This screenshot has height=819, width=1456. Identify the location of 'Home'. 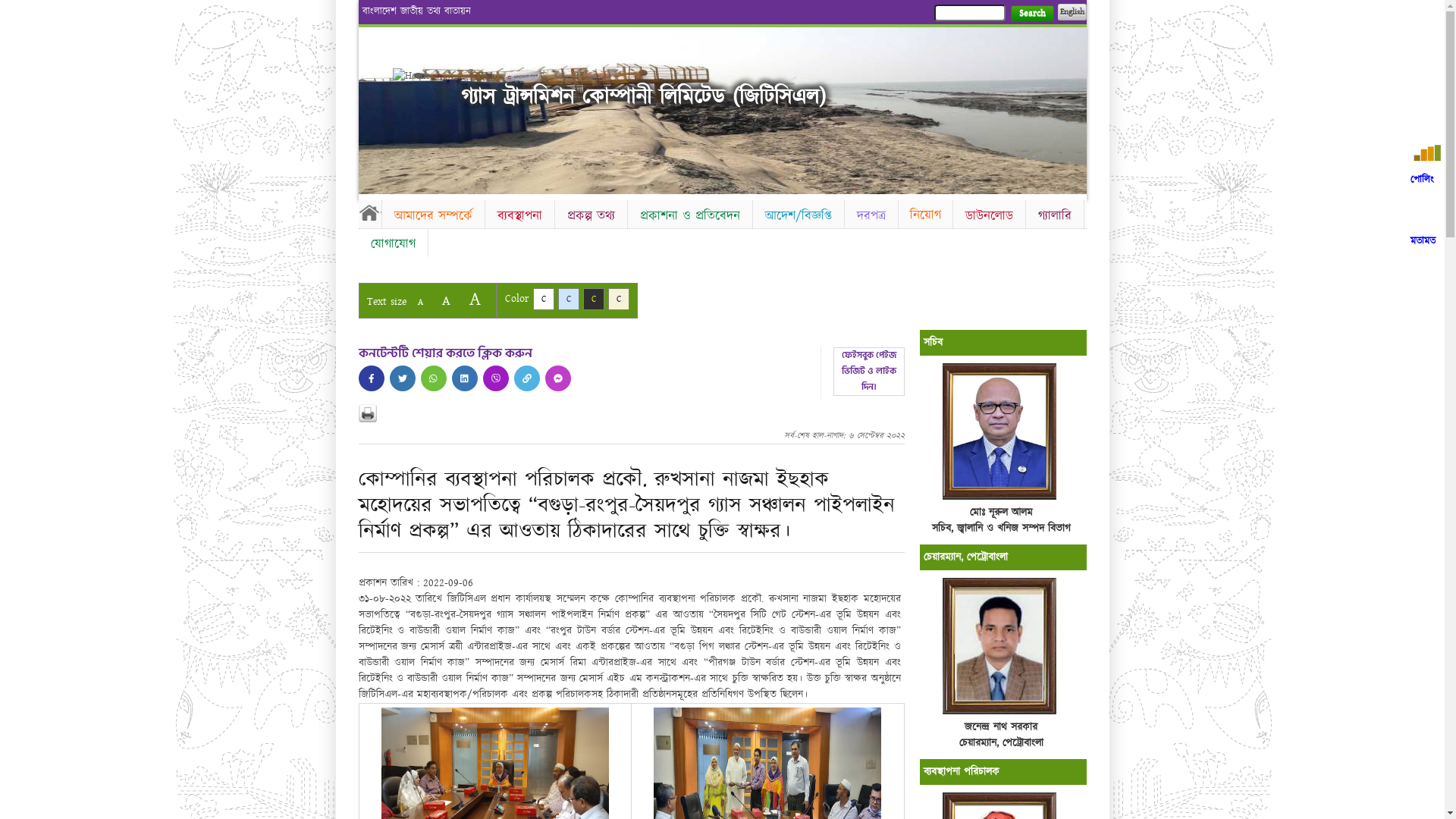
(369, 212).